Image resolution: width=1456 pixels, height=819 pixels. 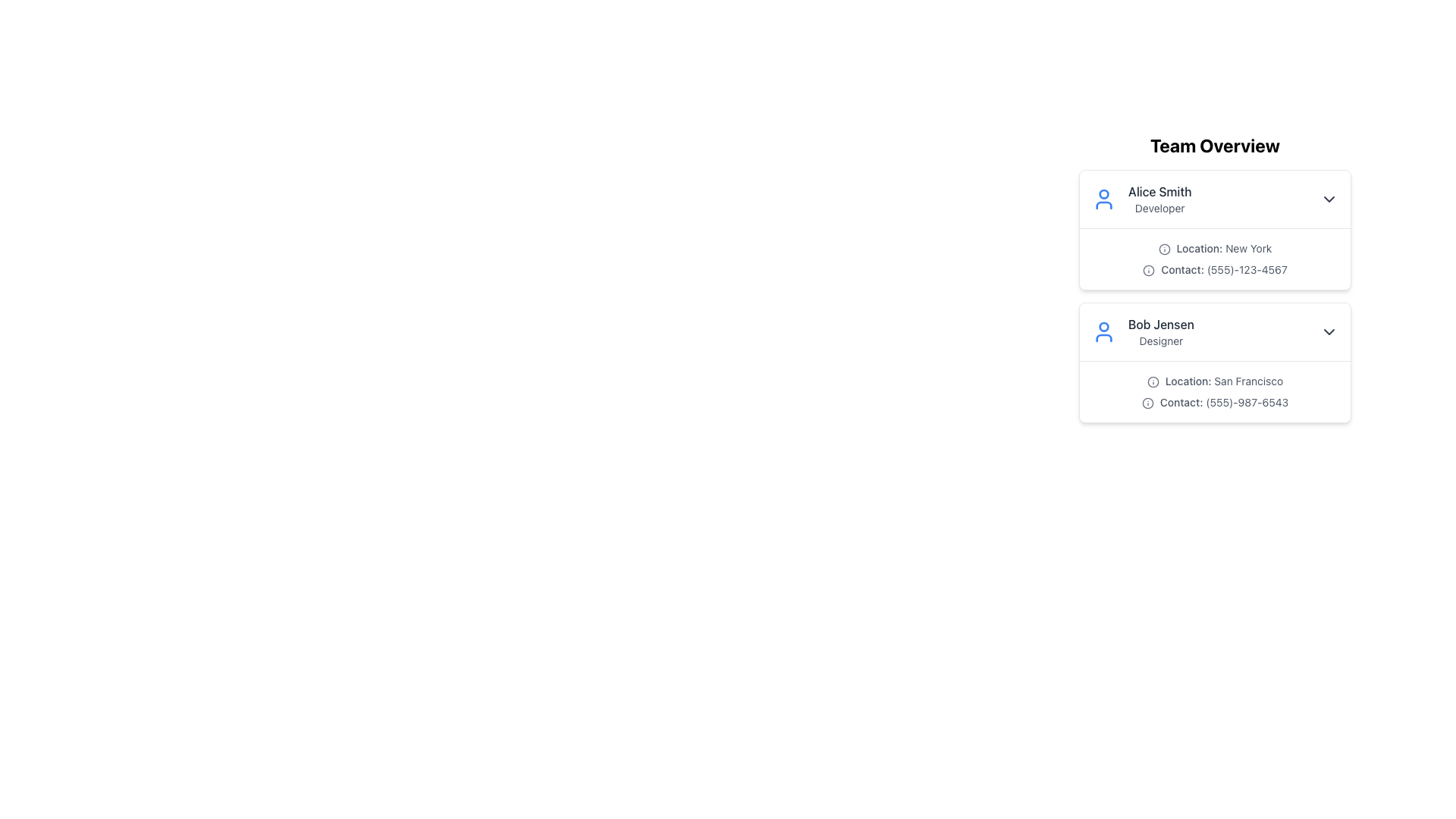 What do you see at coordinates (1160, 324) in the screenshot?
I see `text content of the label displaying the name 'Bob Jensen' located at the top of the user information card, which is aligned to the left side near a user avatar icon` at bounding box center [1160, 324].